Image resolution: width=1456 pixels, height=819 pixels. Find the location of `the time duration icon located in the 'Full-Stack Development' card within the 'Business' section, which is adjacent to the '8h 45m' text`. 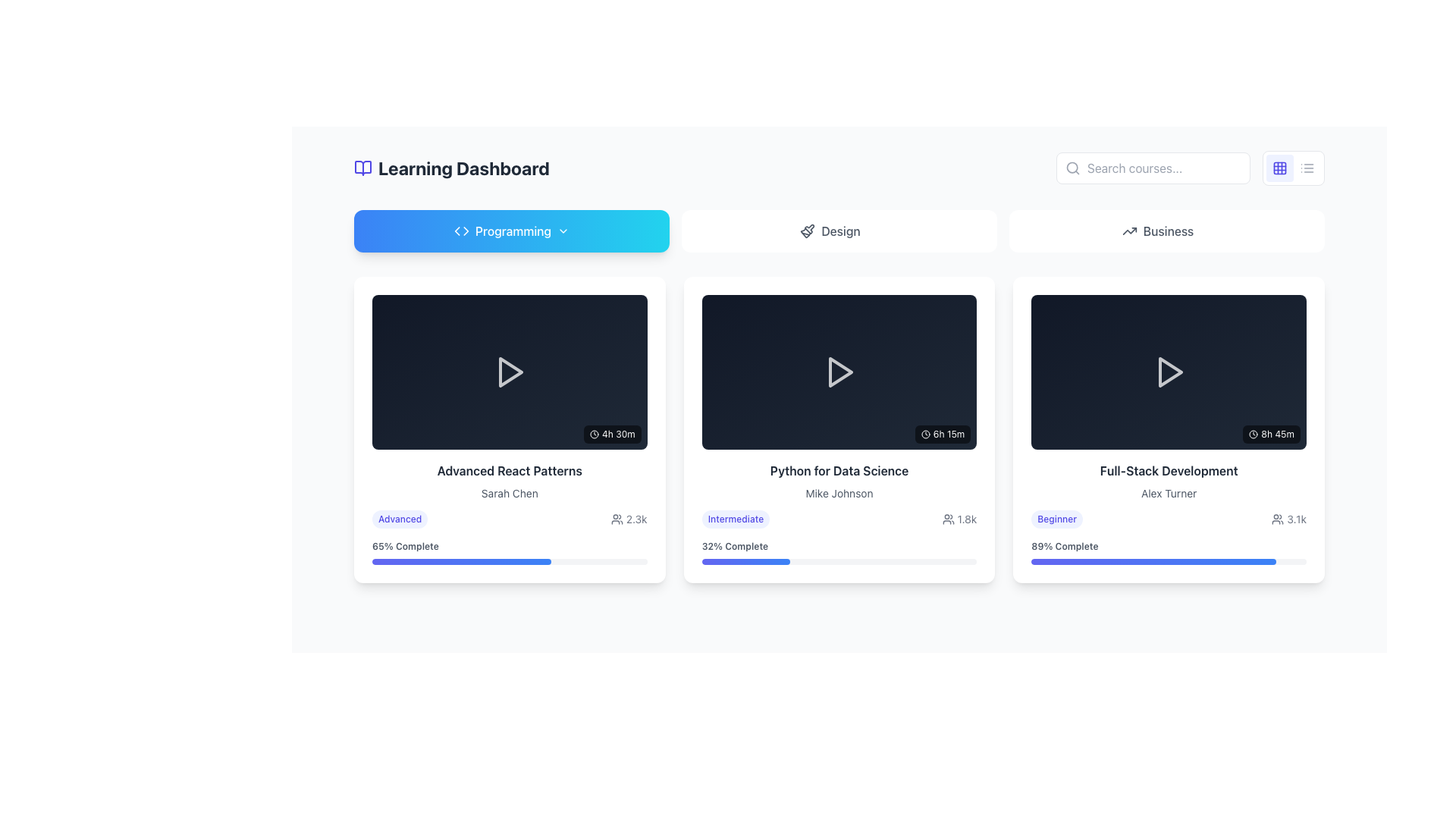

the time duration icon located in the 'Full-Stack Development' card within the 'Business' section, which is adjacent to the '8h 45m' text is located at coordinates (1254, 434).